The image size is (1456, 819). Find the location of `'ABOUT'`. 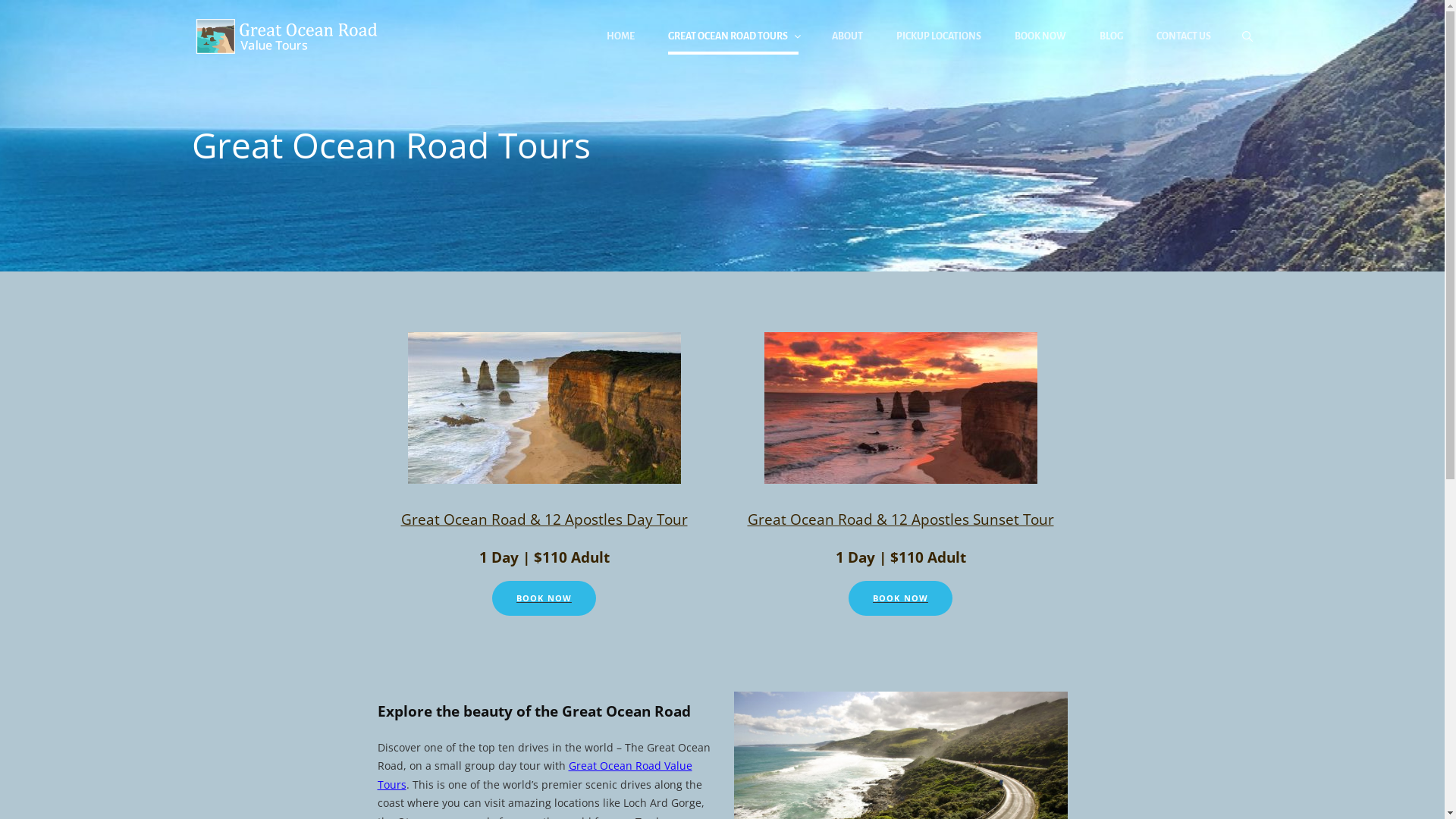

'ABOUT' is located at coordinates (846, 35).